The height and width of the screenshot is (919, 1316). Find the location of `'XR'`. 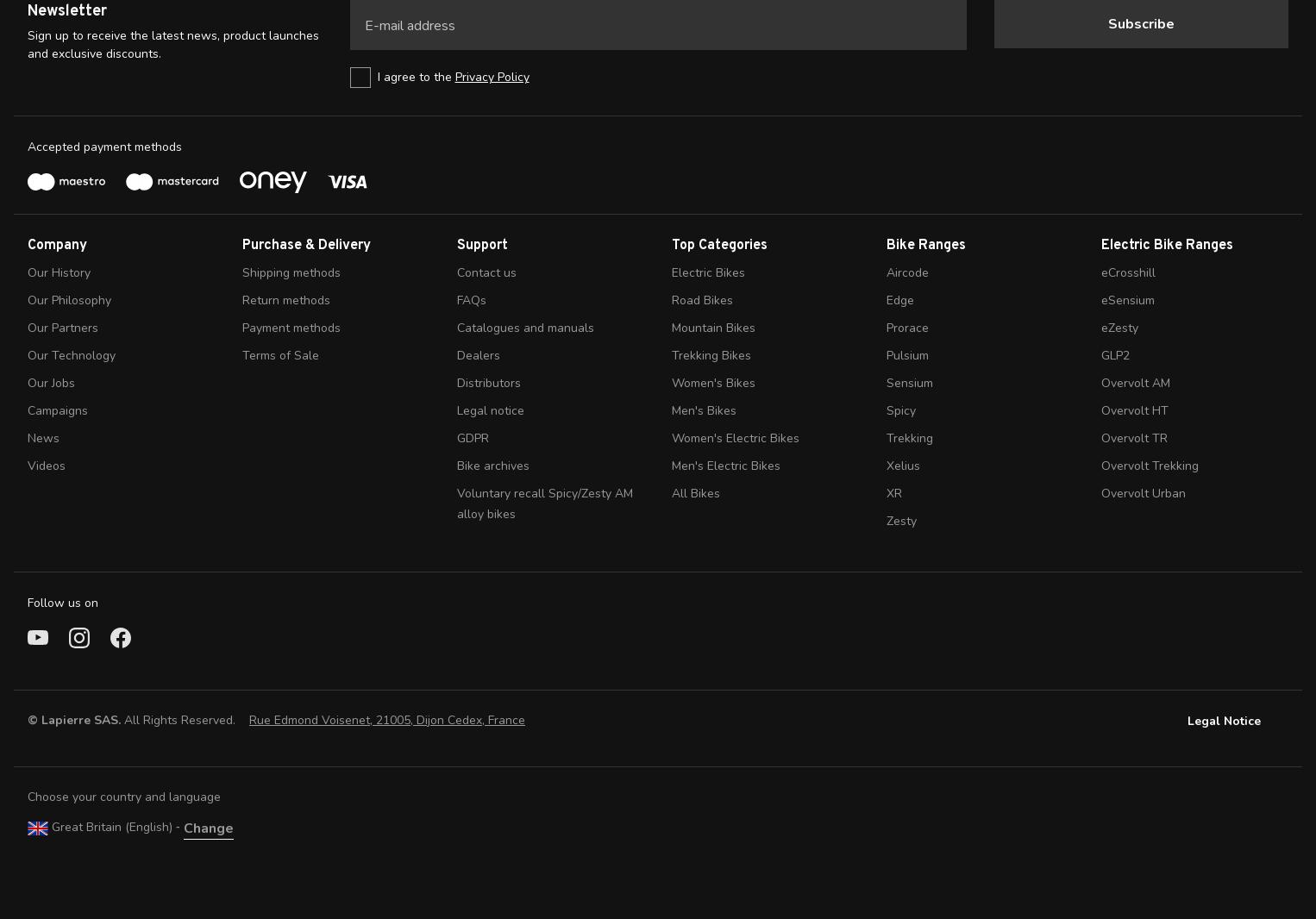

'XR' is located at coordinates (894, 491).